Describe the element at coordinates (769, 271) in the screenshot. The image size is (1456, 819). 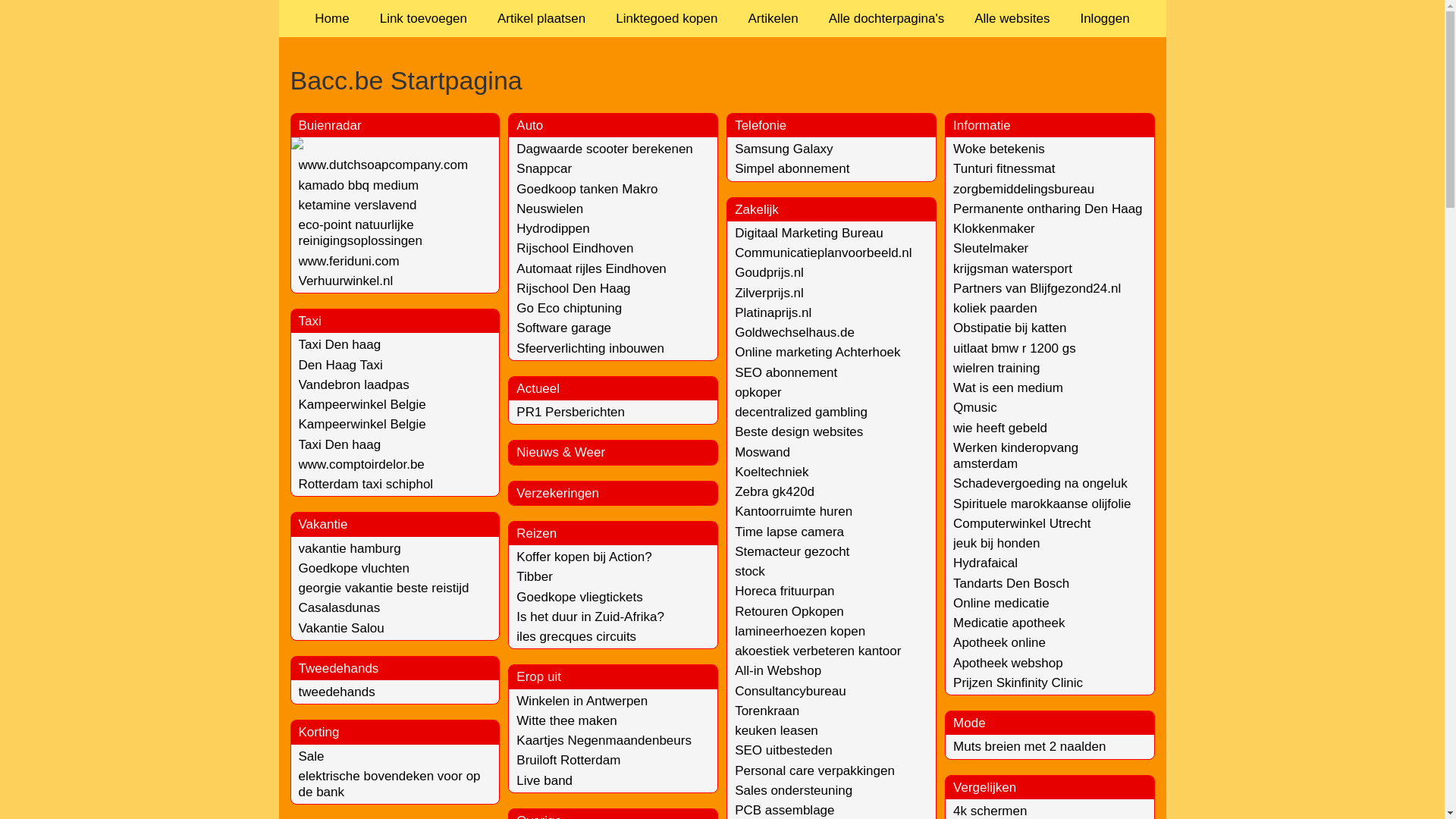
I see `'Goudprijs.nl'` at that location.